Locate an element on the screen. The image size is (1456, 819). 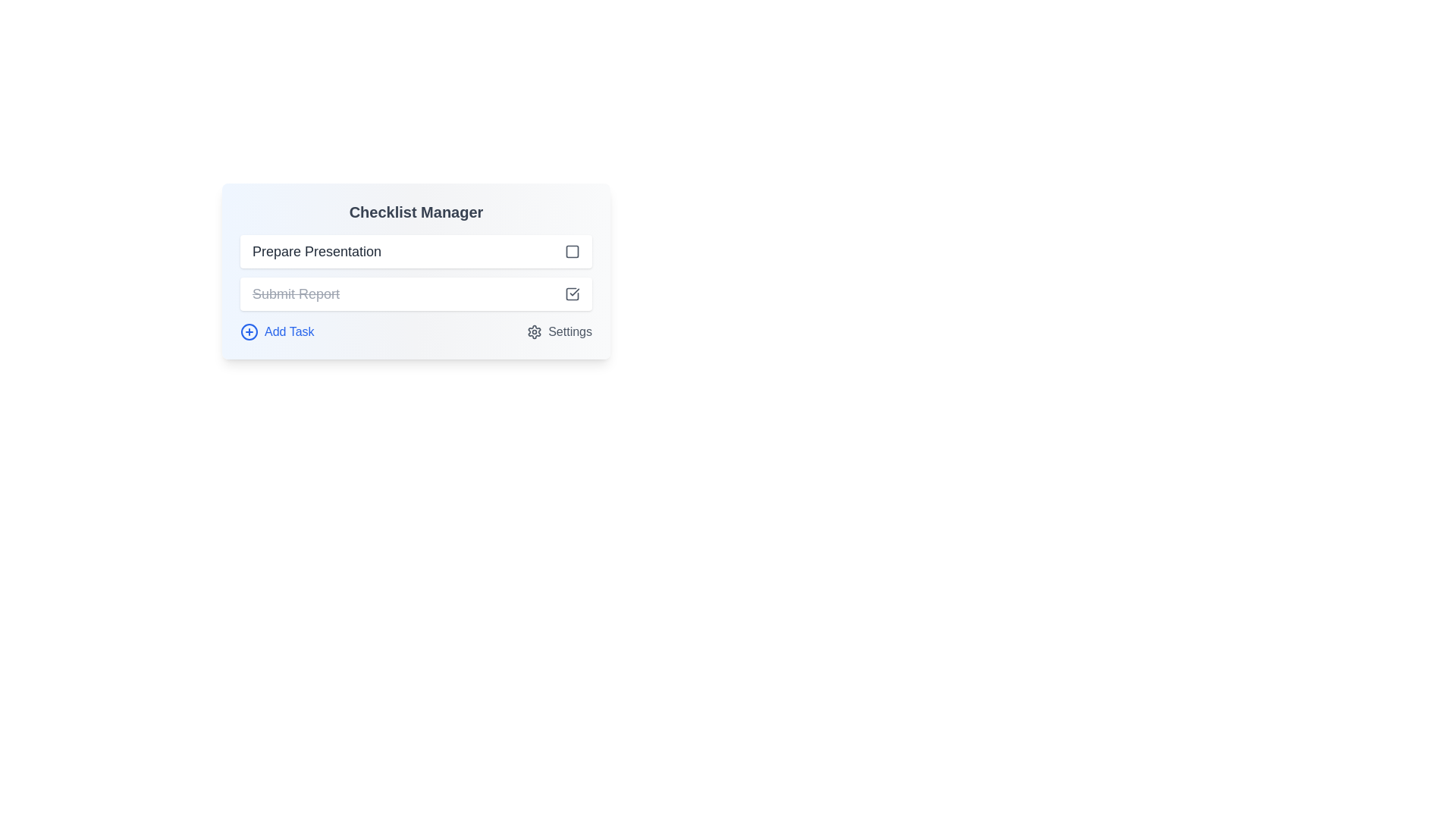
the 'Settings' text label, which is styled in gray and positioned near a gear icon on the lower-right side of the card interface is located at coordinates (570, 331).